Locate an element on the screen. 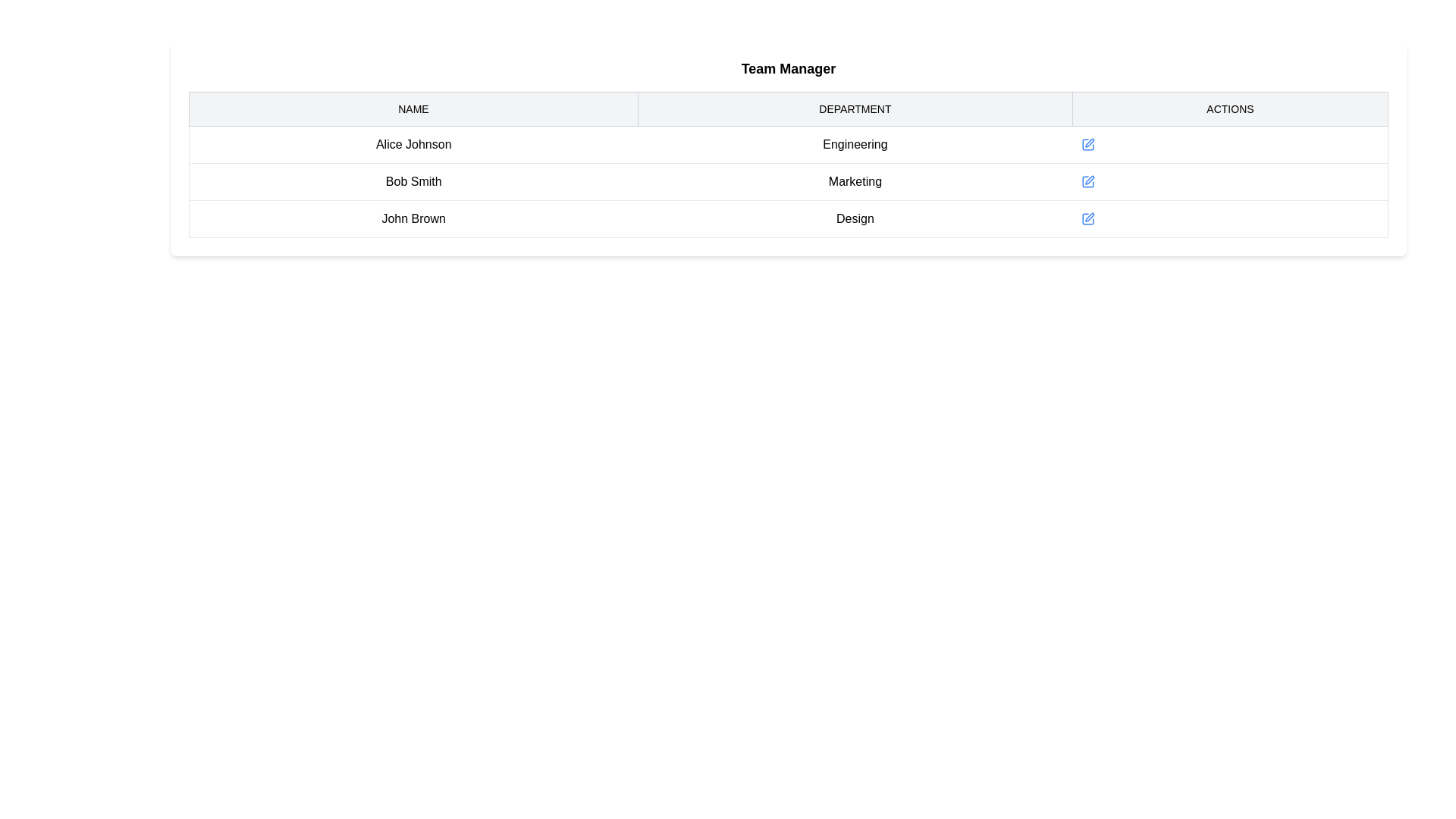 The width and height of the screenshot is (1456, 819). the text label displaying the name 'Alice Johnson' located at the top-left of the table under the 'Name' column is located at coordinates (413, 145).